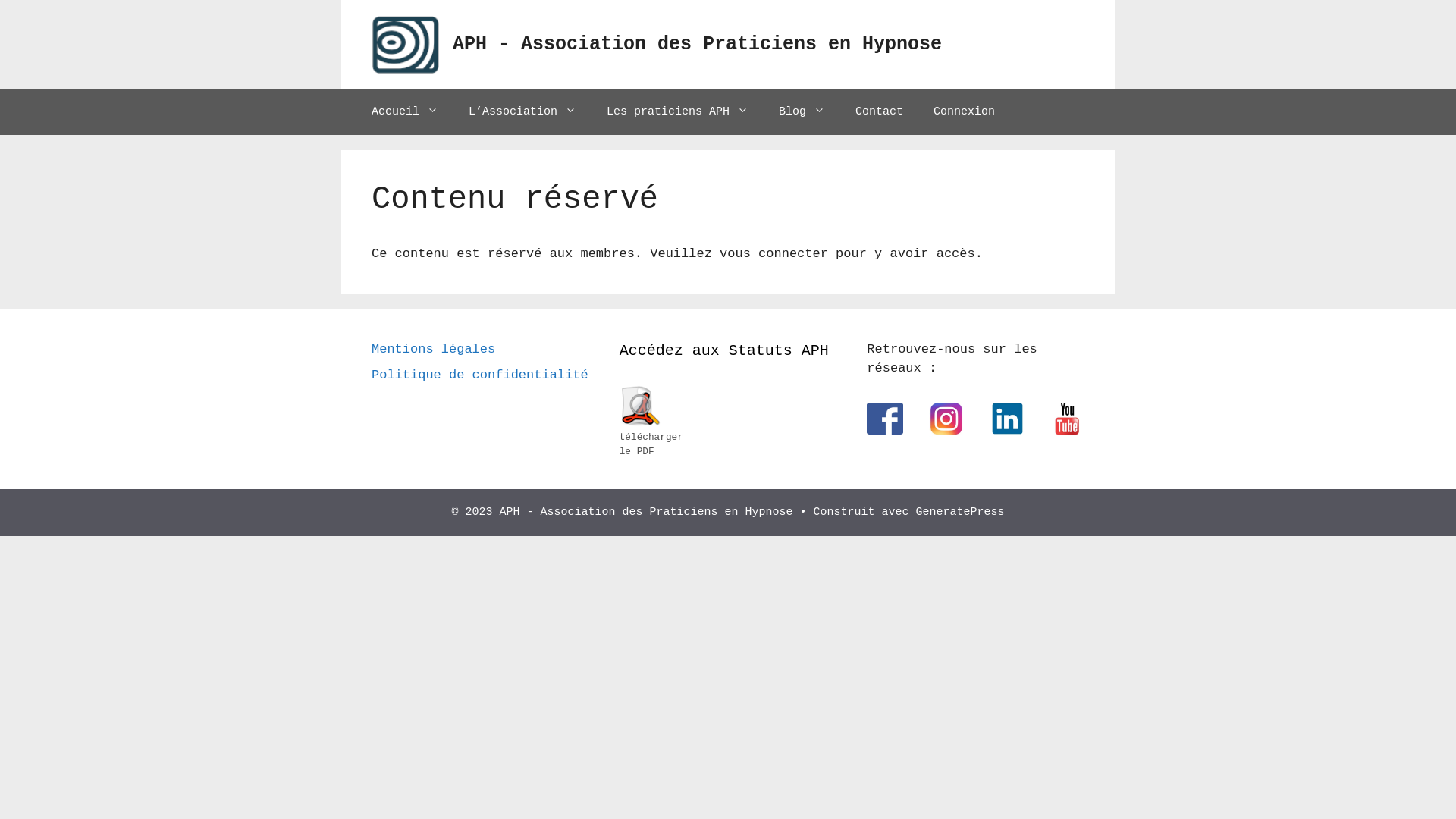 Image resolution: width=1456 pixels, height=819 pixels. I want to click on 'Contact', so click(879, 111).